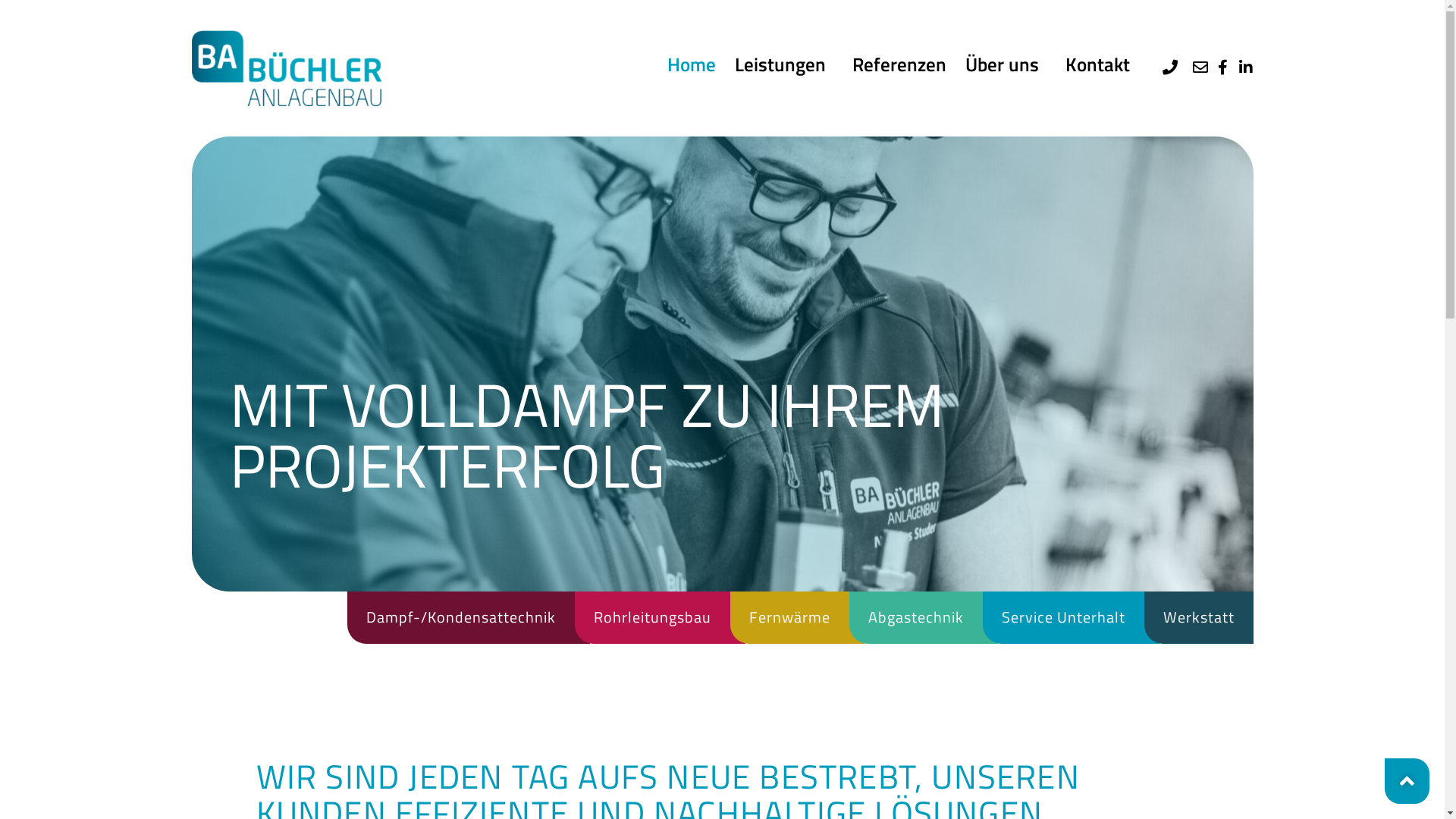 Image resolution: width=1456 pixels, height=819 pixels. I want to click on 'Home', so click(691, 64).